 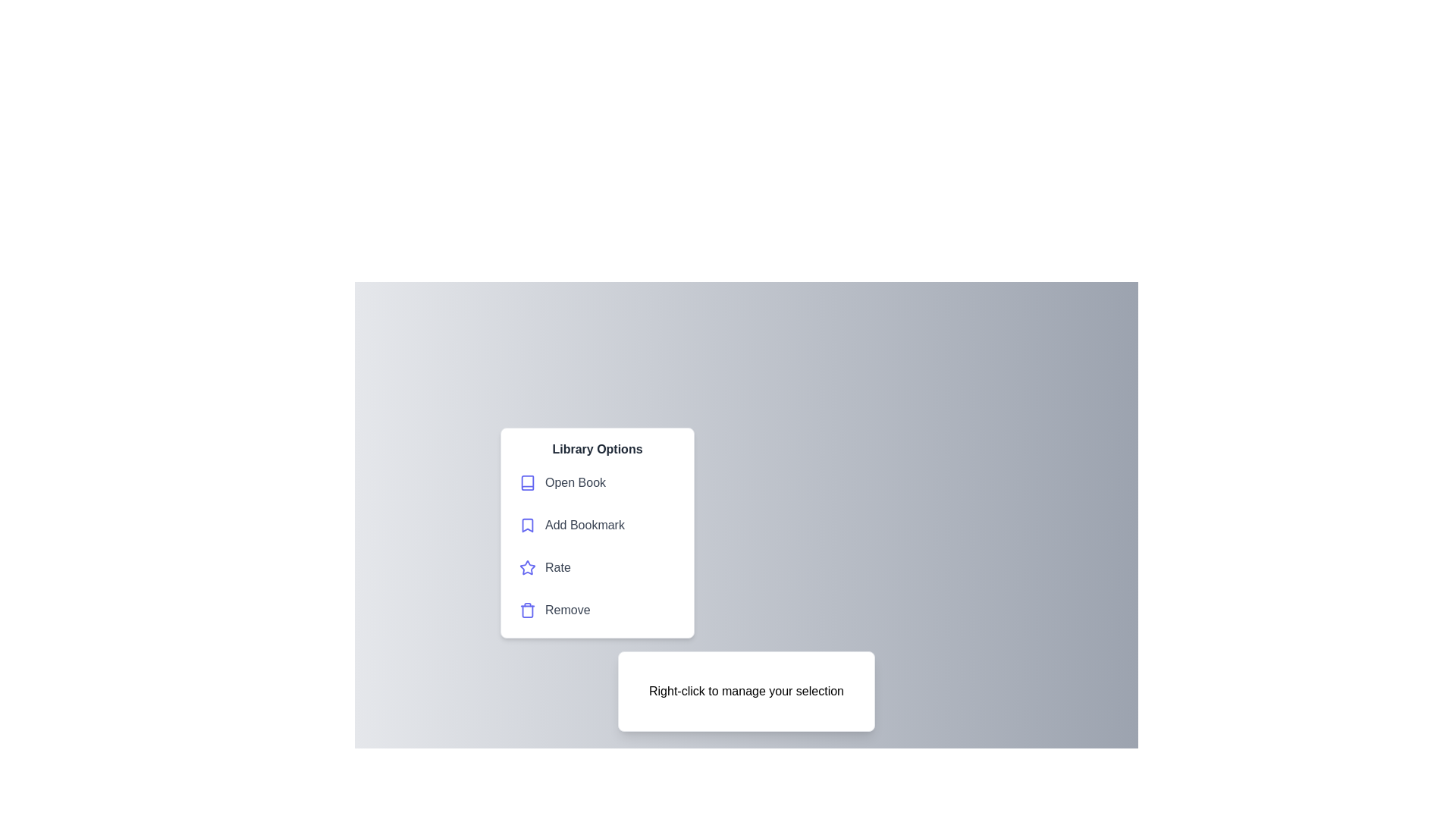 I want to click on the Add Bookmark from the context menu, so click(x=596, y=525).